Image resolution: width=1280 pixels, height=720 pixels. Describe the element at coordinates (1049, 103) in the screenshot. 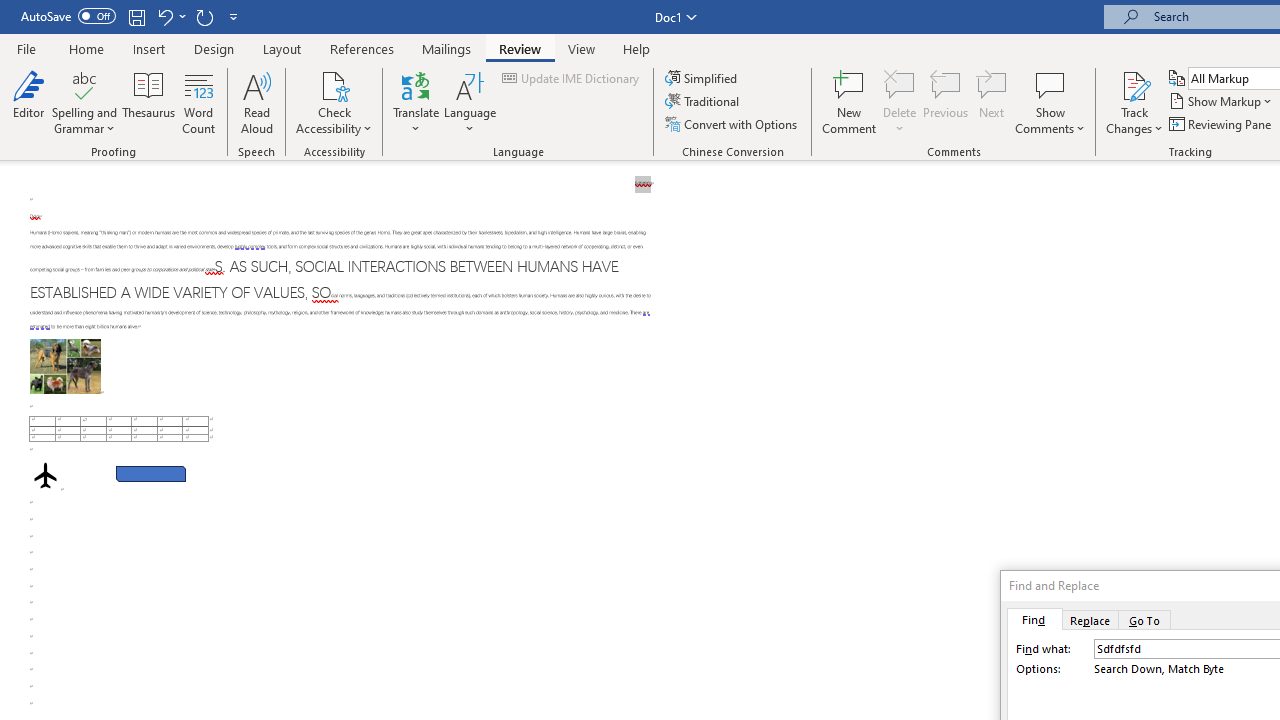

I see `'Show Comments'` at that location.